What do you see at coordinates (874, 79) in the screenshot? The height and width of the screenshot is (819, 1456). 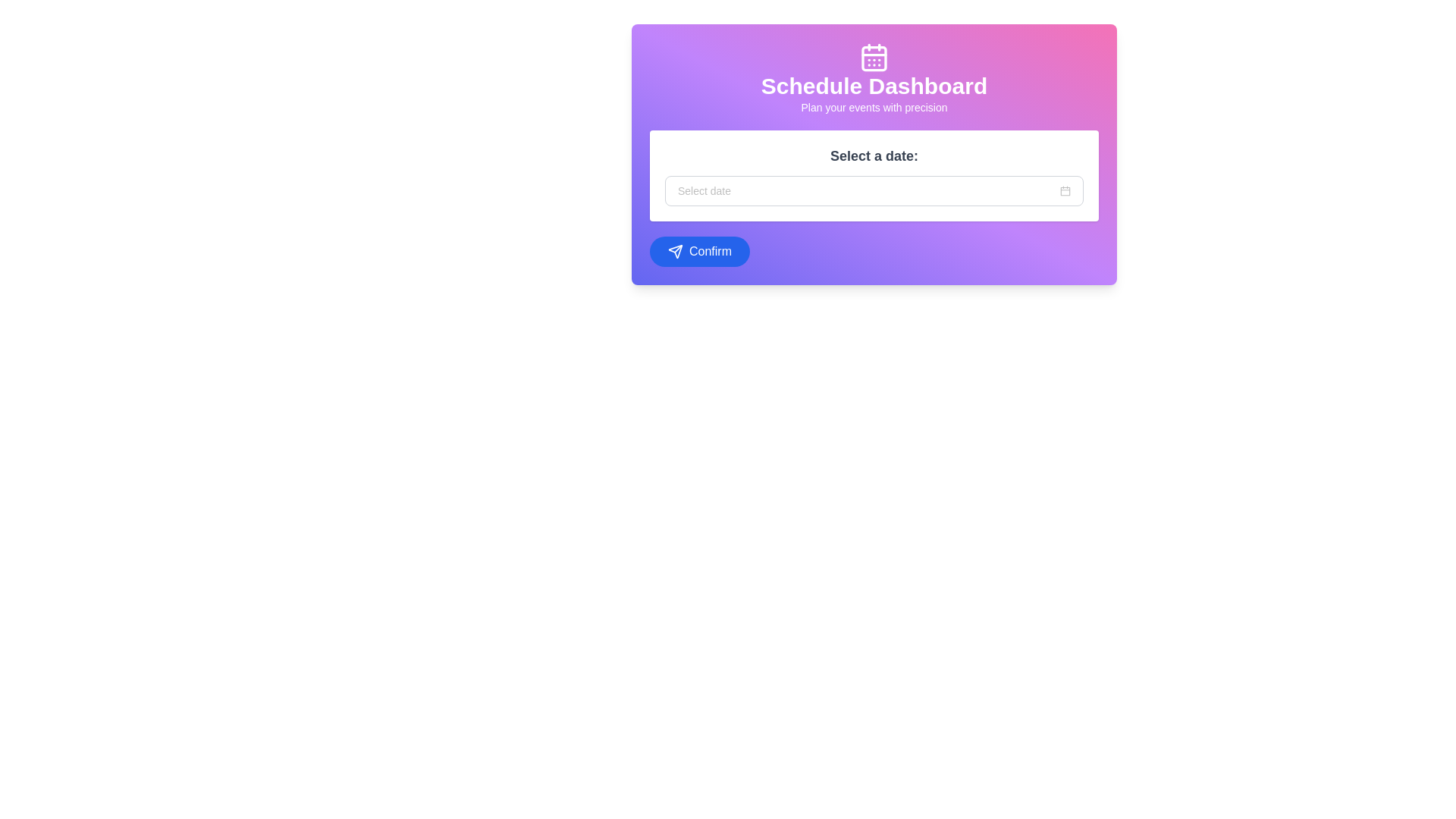 I see `the title and subtitle text element with decorative icon at the top of the dashboard interface, positioned centrally between the calendar icon and the 'Select a date' area` at bounding box center [874, 79].